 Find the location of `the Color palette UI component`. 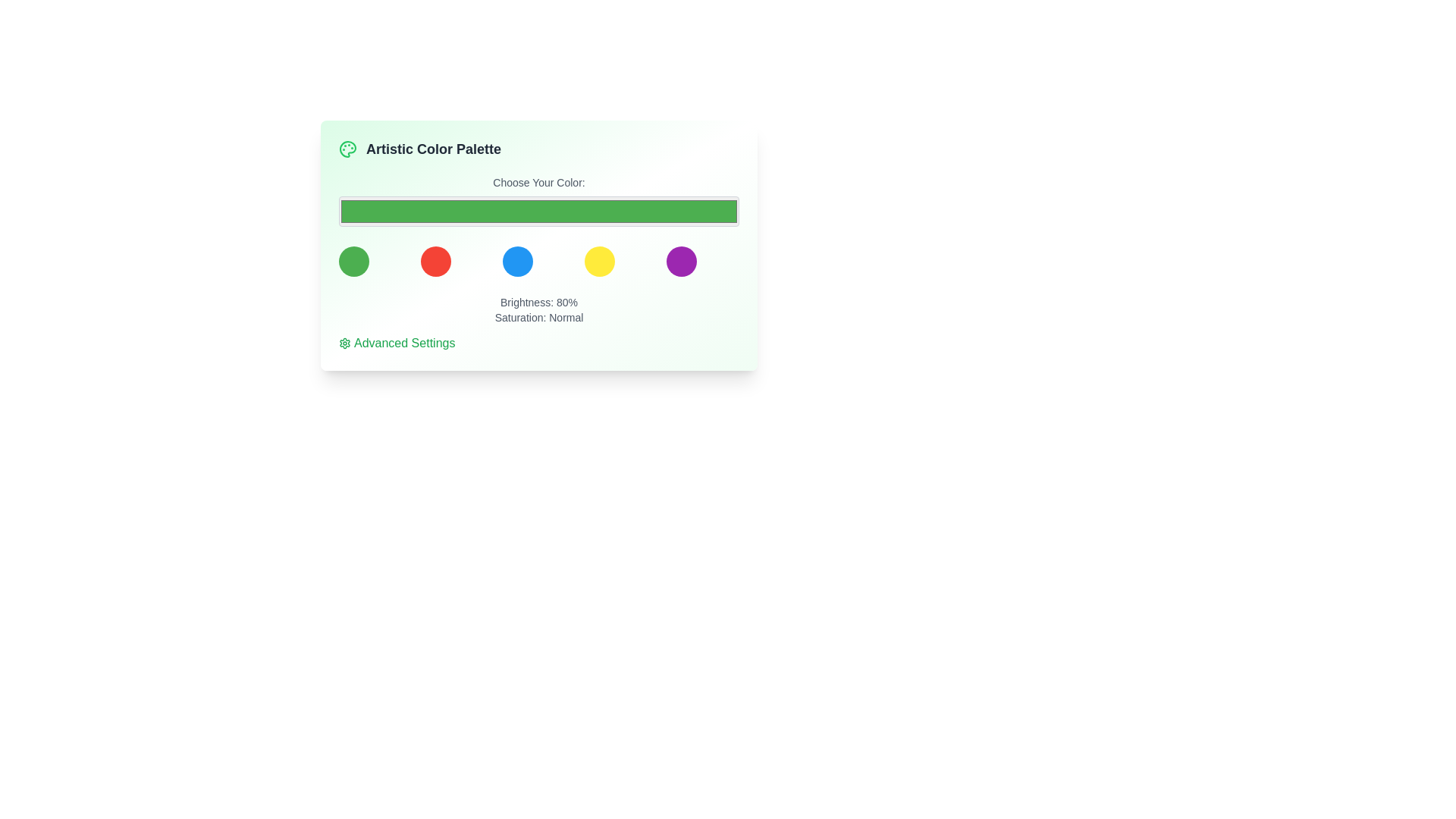

the Color palette UI component is located at coordinates (538, 275).